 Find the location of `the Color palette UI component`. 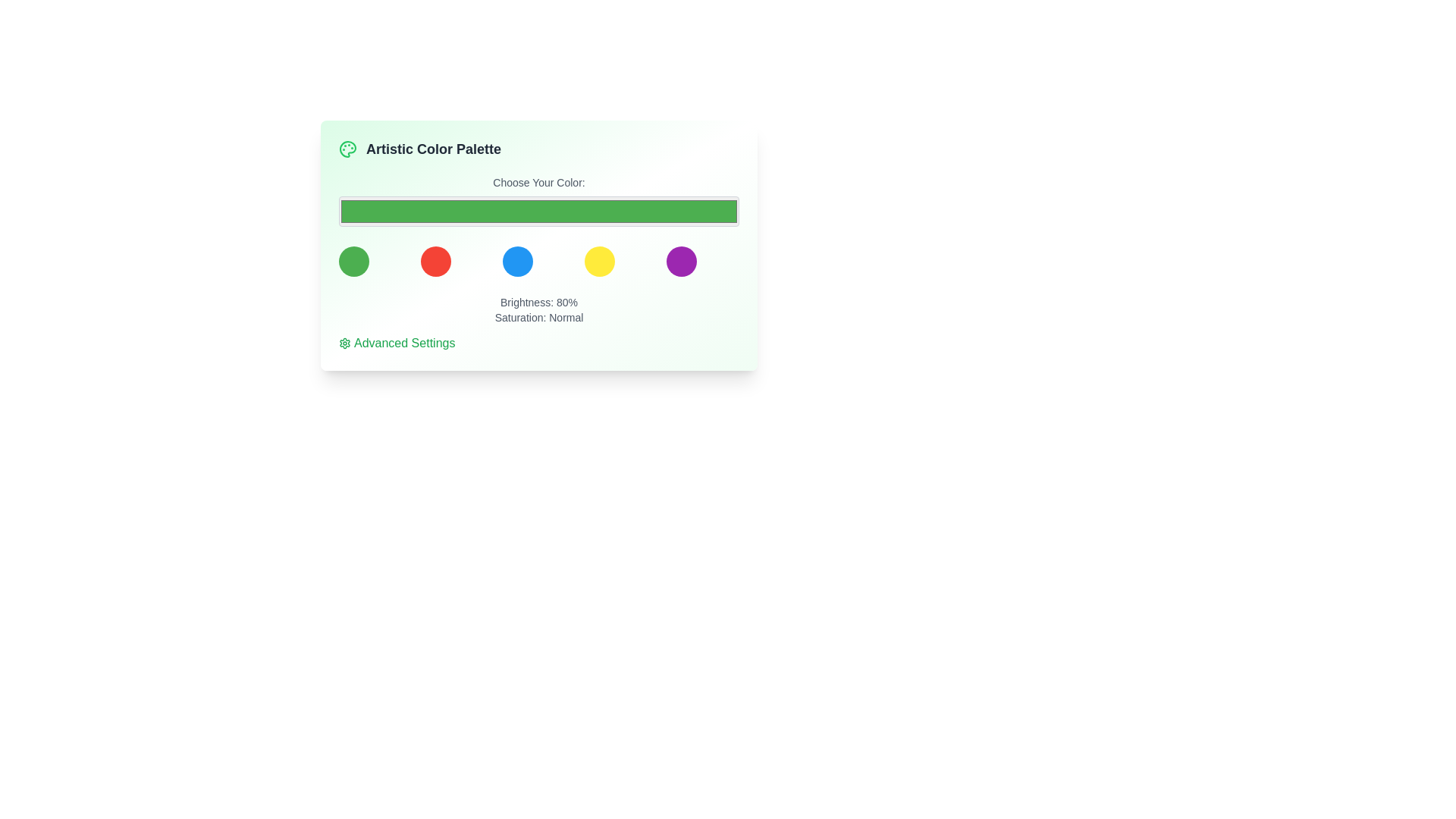

the Color palette UI component is located at coordinates (538, 275).